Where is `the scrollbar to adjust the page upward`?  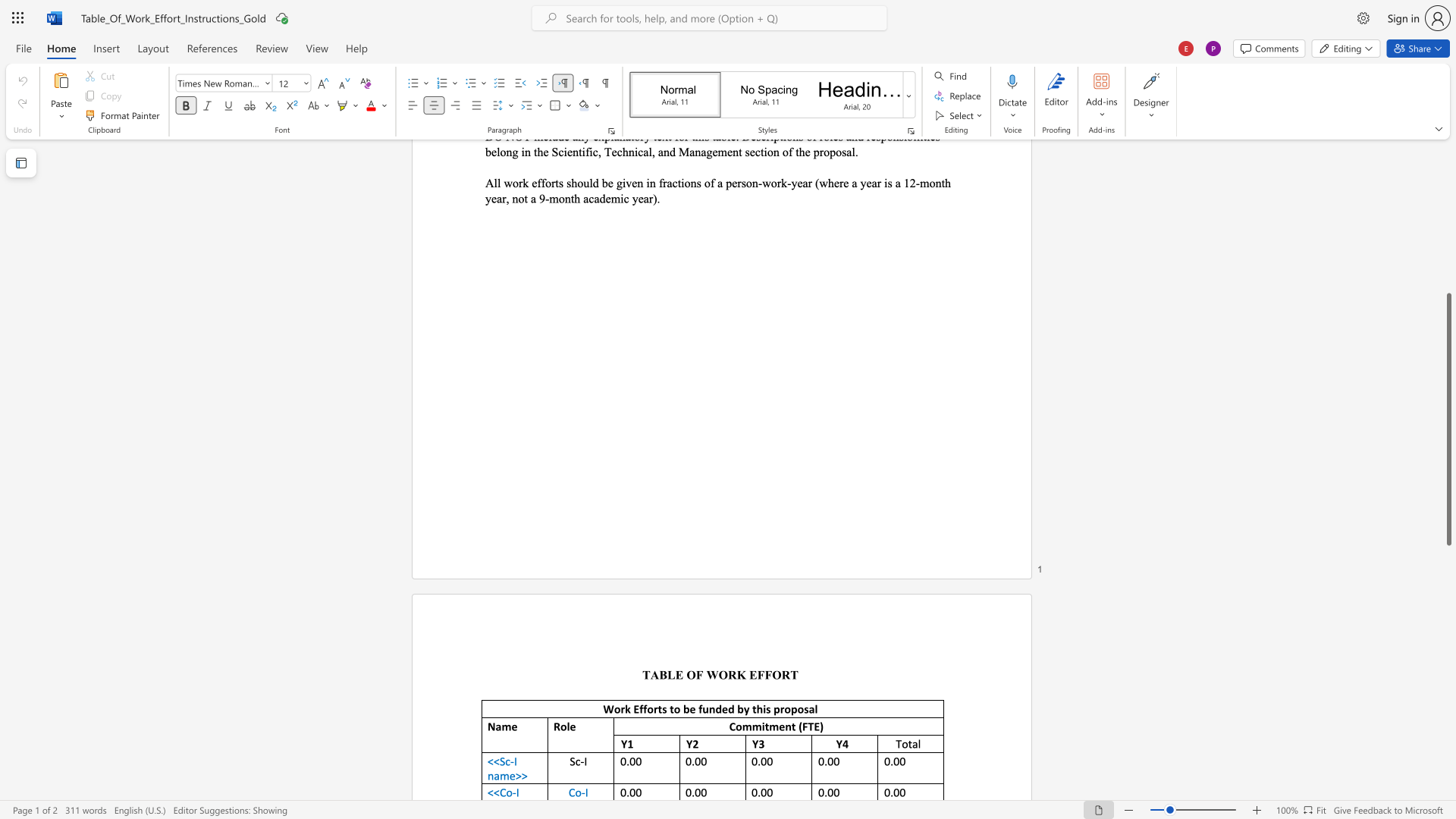 the scrollbar to adjust the page upward is located at coordinates (1448, 158).